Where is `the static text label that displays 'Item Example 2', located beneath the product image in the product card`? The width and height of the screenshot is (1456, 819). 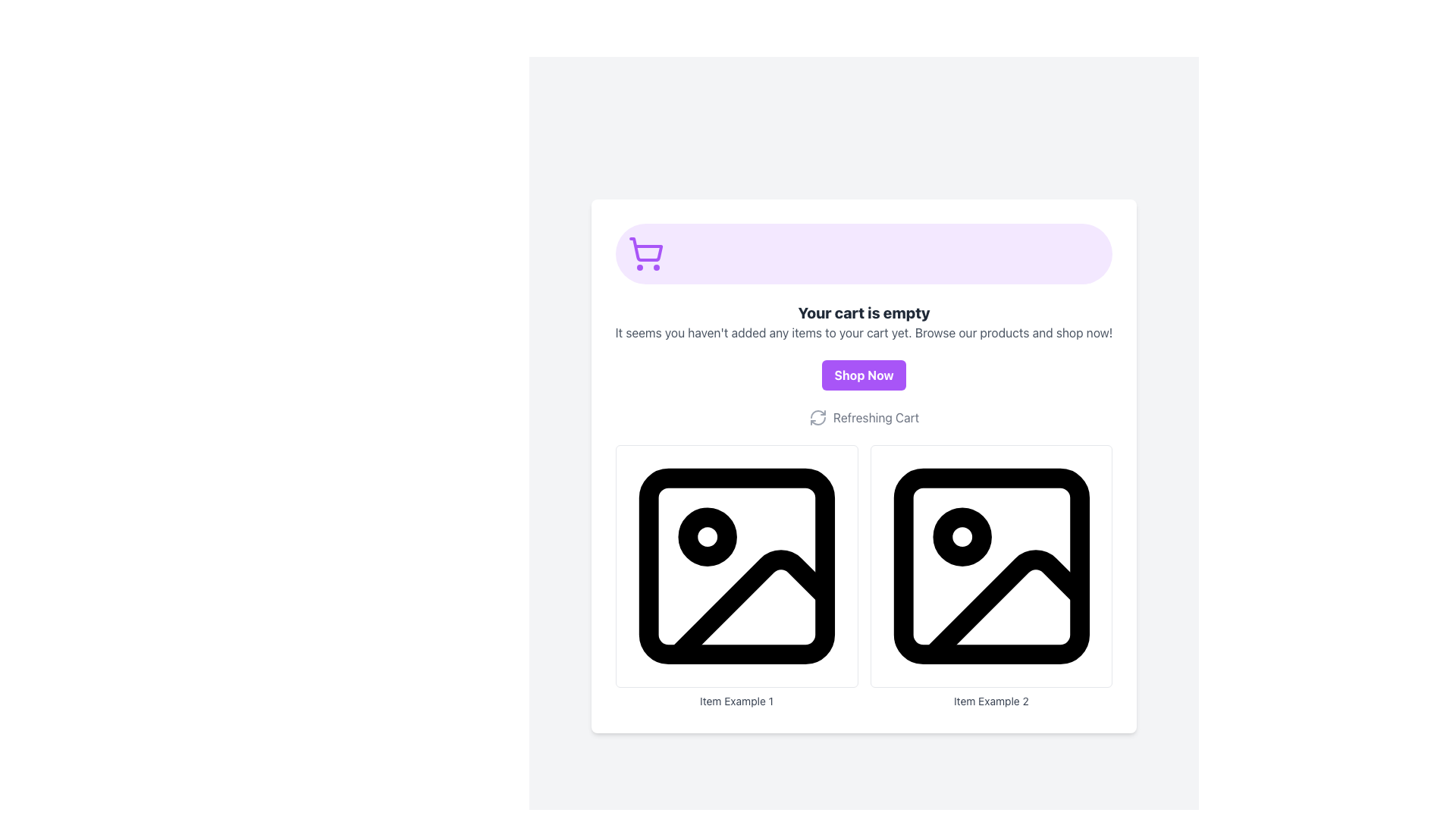 the static text label that displays 'Item Example 2', located beneath the product image in the product card is located at coordinates (991, 701).